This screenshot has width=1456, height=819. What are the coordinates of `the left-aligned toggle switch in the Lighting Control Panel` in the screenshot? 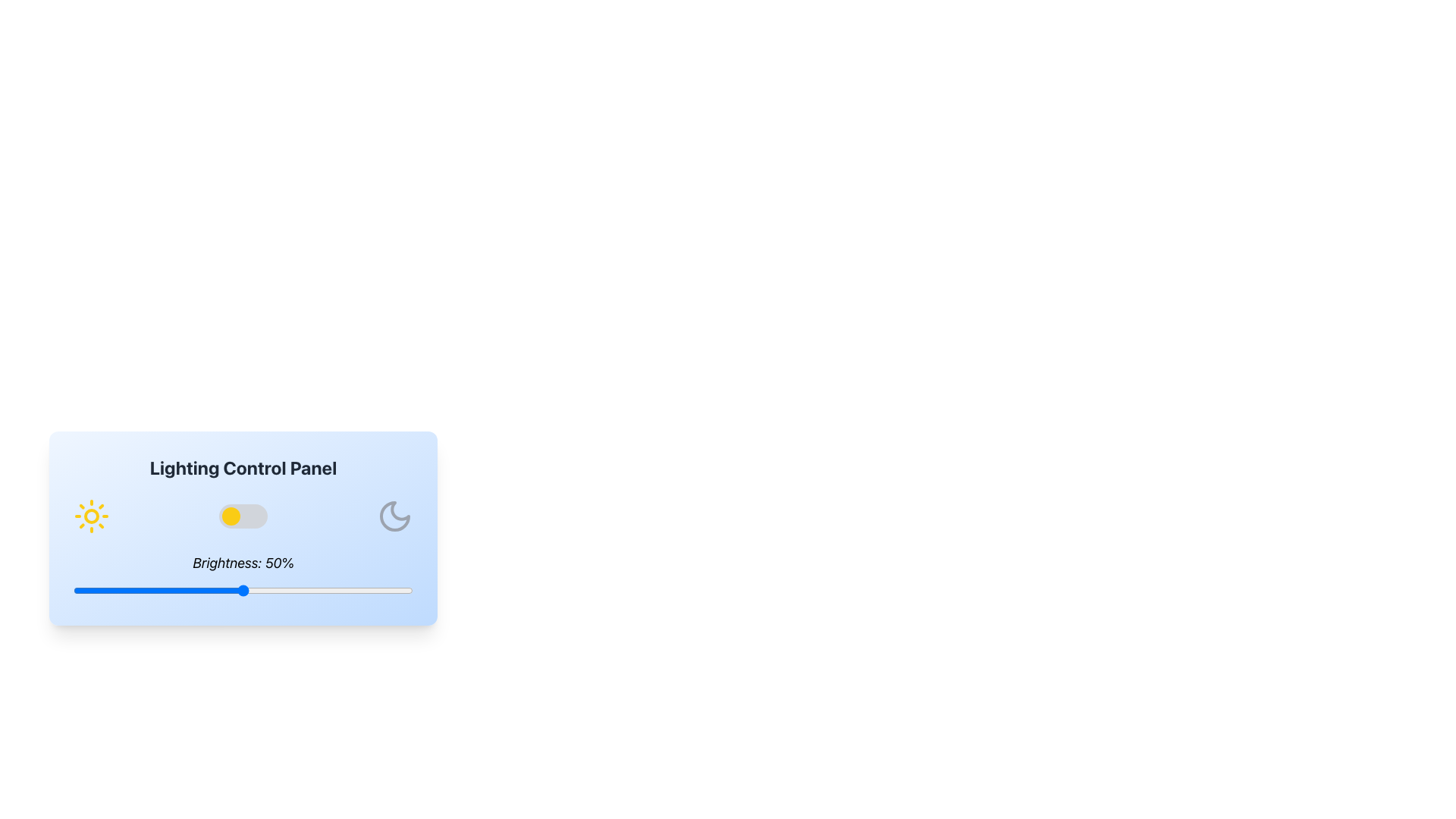 It's located at (231, 516).